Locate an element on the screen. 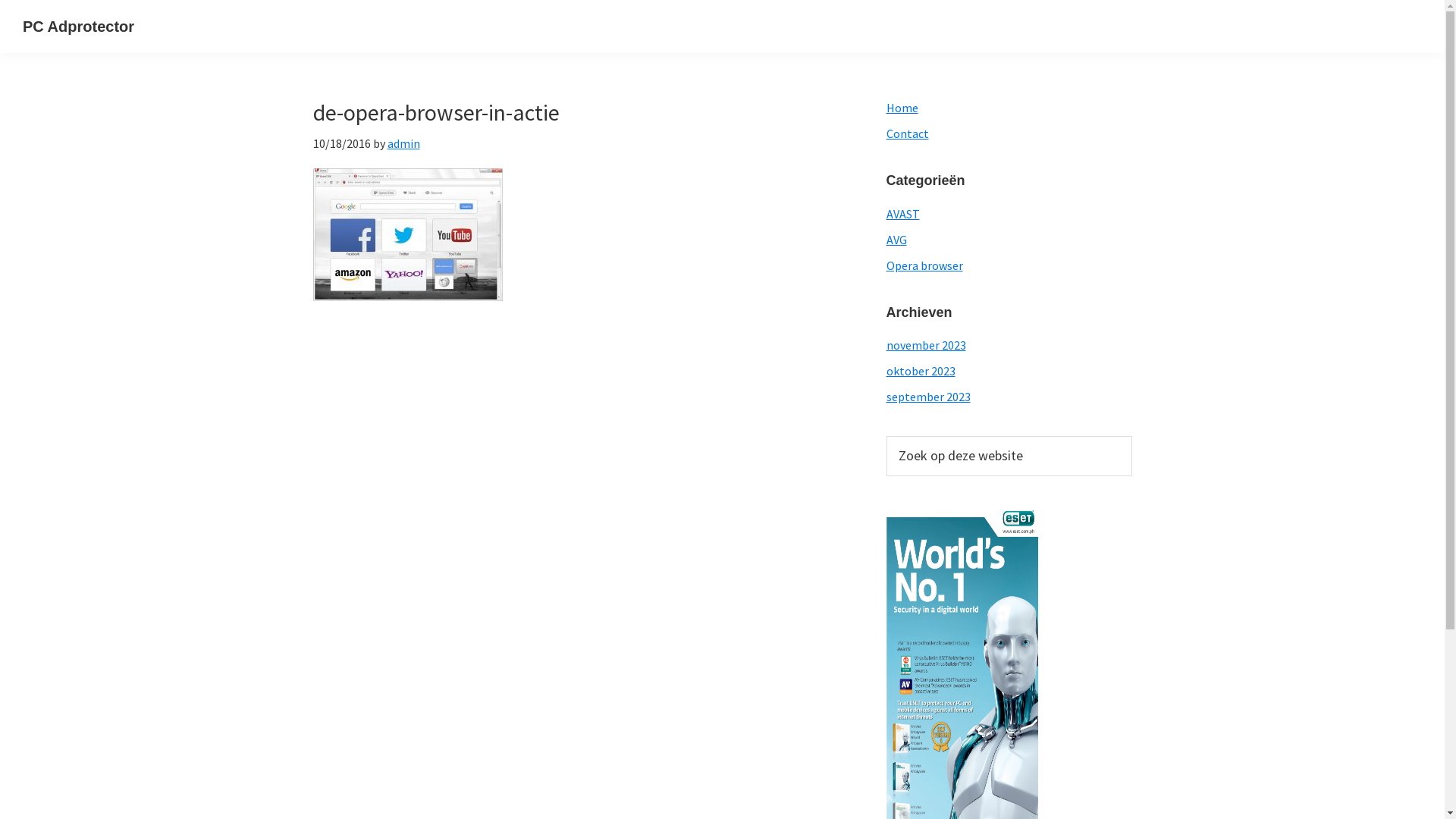 The image size is (1456, 819). 'Home' is located at coordinates (902, 107).